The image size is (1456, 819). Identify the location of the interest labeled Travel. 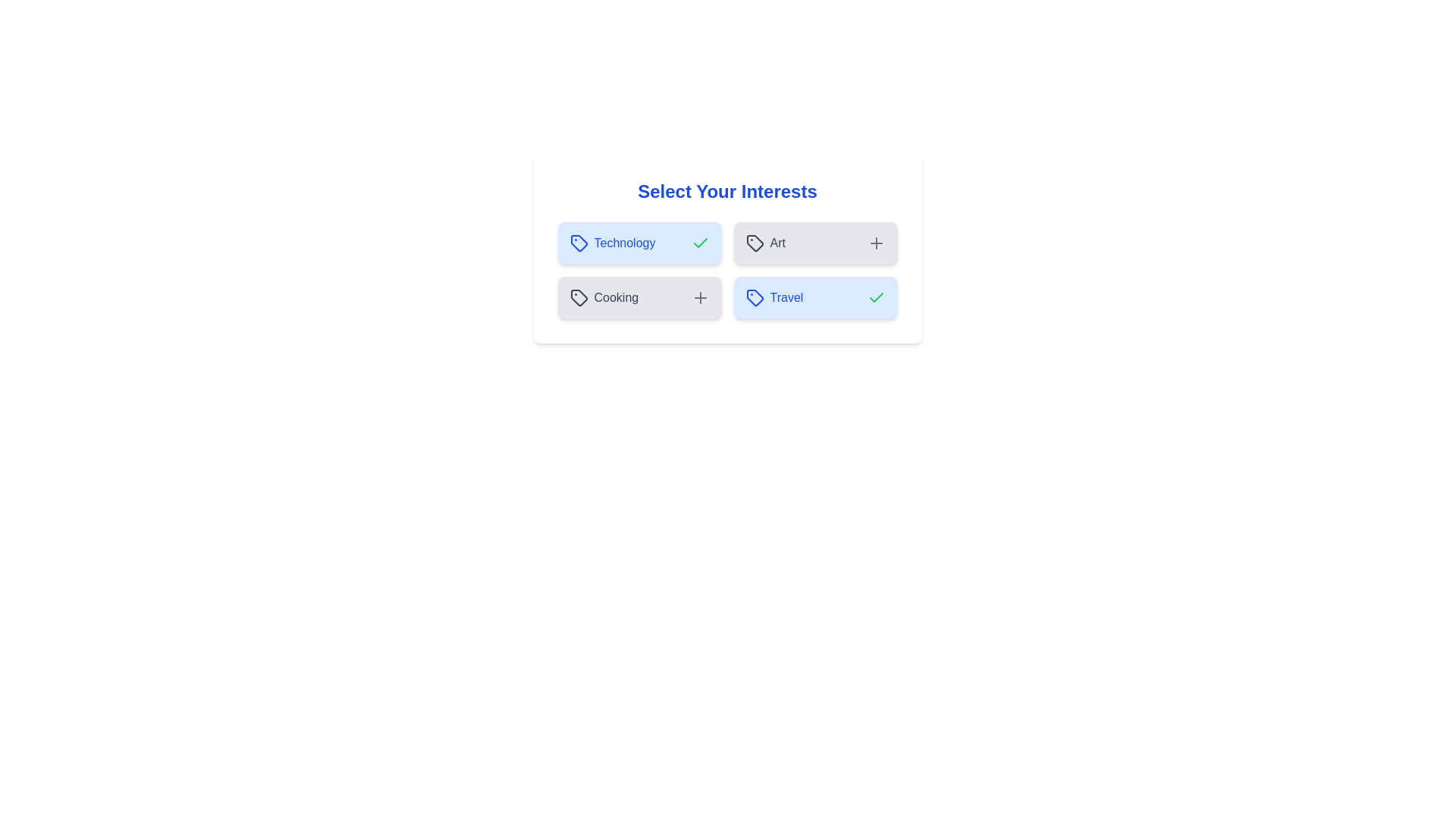
(814, 298).